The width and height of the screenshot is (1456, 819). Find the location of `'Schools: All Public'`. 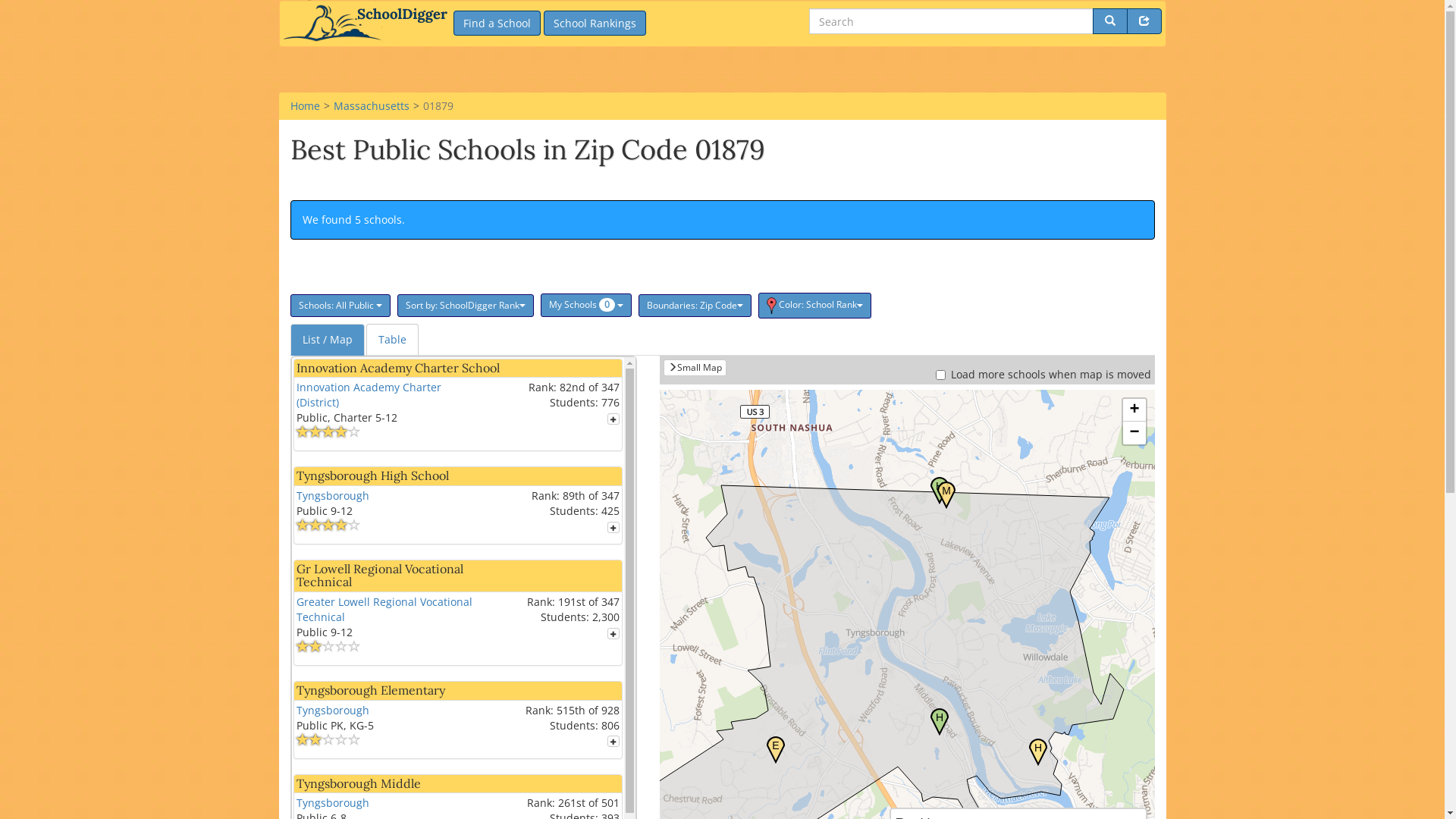

'Schools: All Public' is located at coordinates (338, 305).